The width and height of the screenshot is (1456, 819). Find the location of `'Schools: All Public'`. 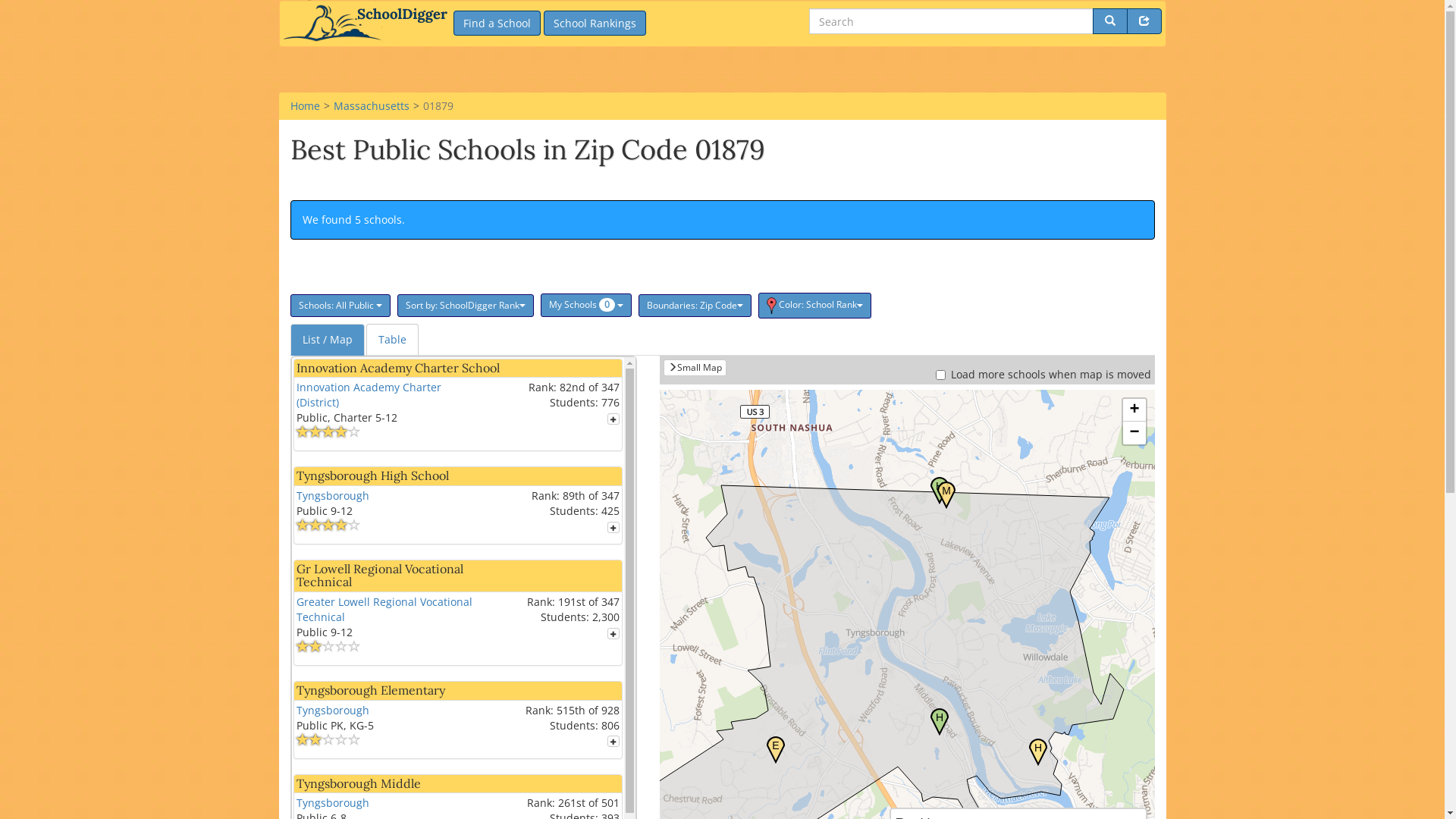

'Schools: All Public' is located at coordinates (338, 305).